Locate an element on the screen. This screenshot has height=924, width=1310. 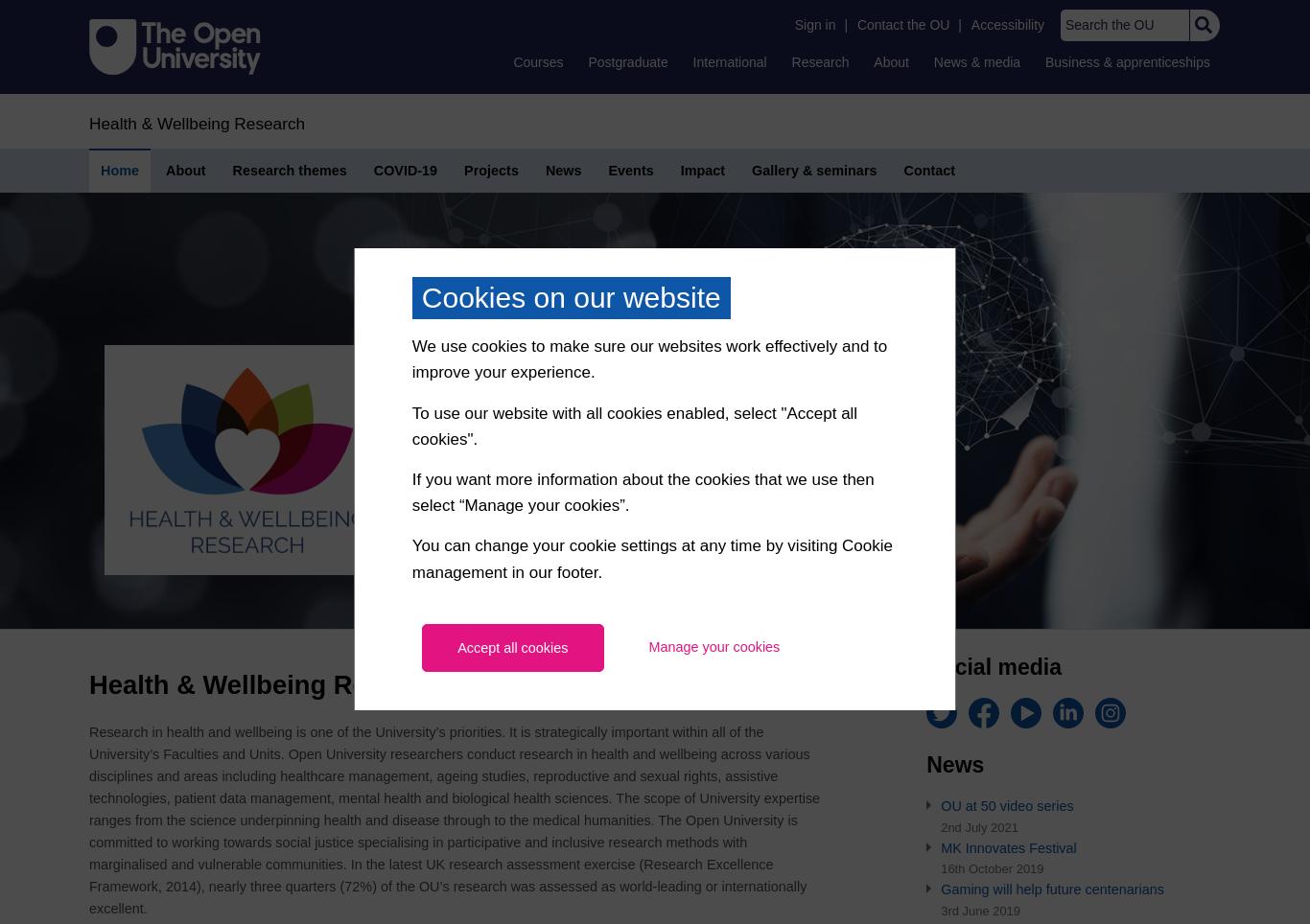
'Sign in' is located at coordinates (813, 24).